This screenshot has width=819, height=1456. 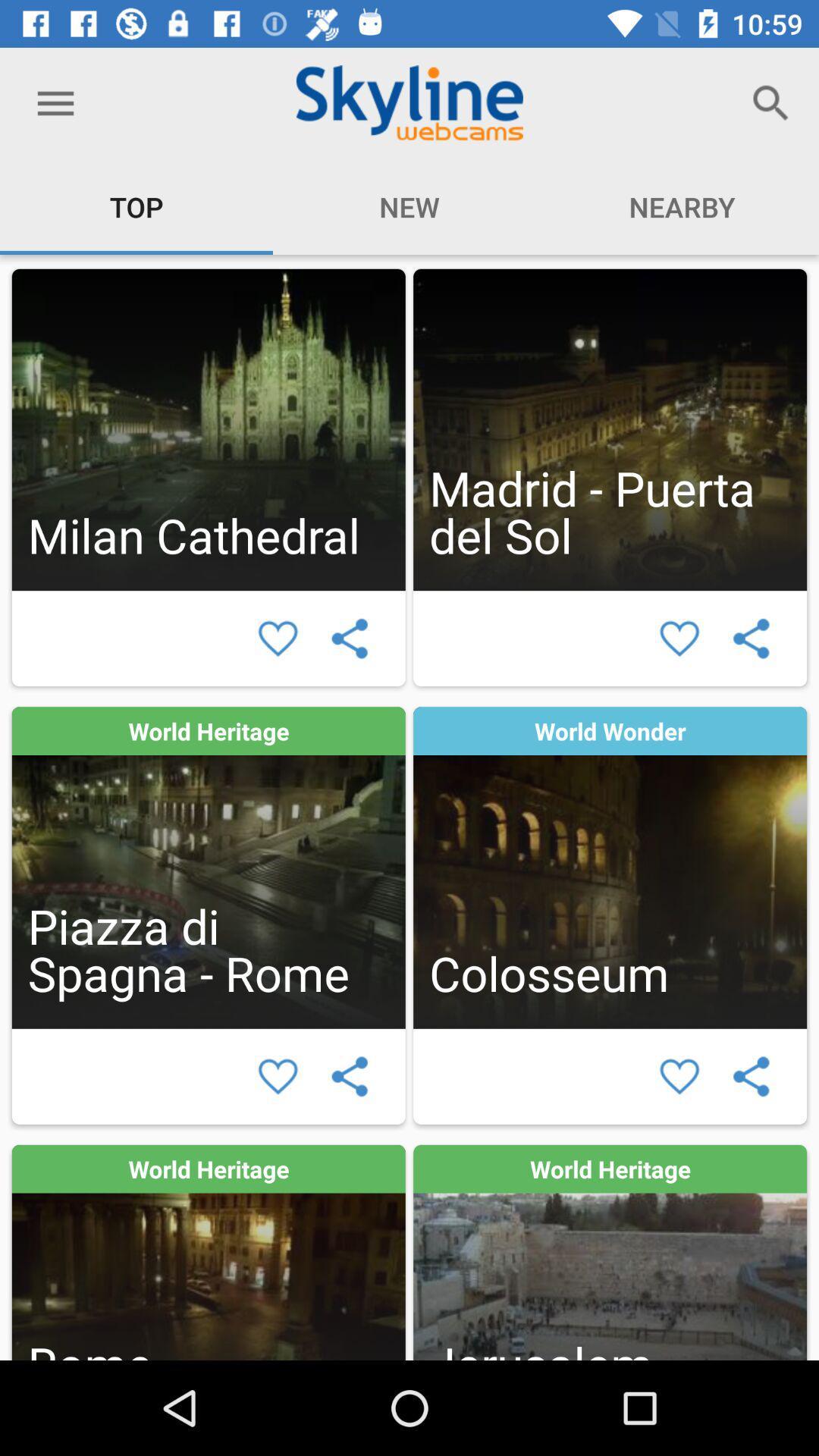 I want to click on the webcam in rome, so click(x=209, y=1252).